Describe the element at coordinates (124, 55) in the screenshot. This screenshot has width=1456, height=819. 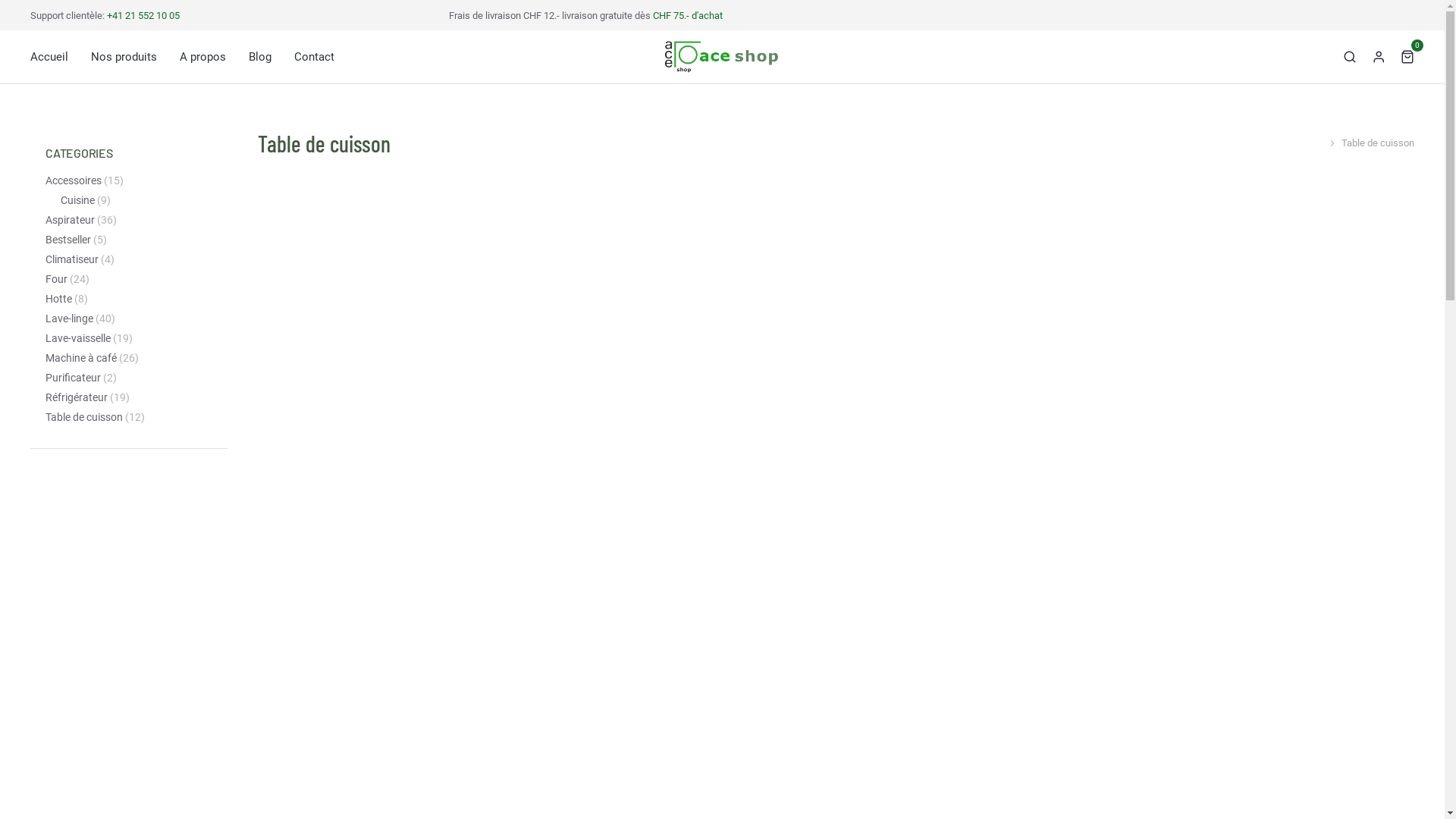
I see `'Nos produits'` at that location.